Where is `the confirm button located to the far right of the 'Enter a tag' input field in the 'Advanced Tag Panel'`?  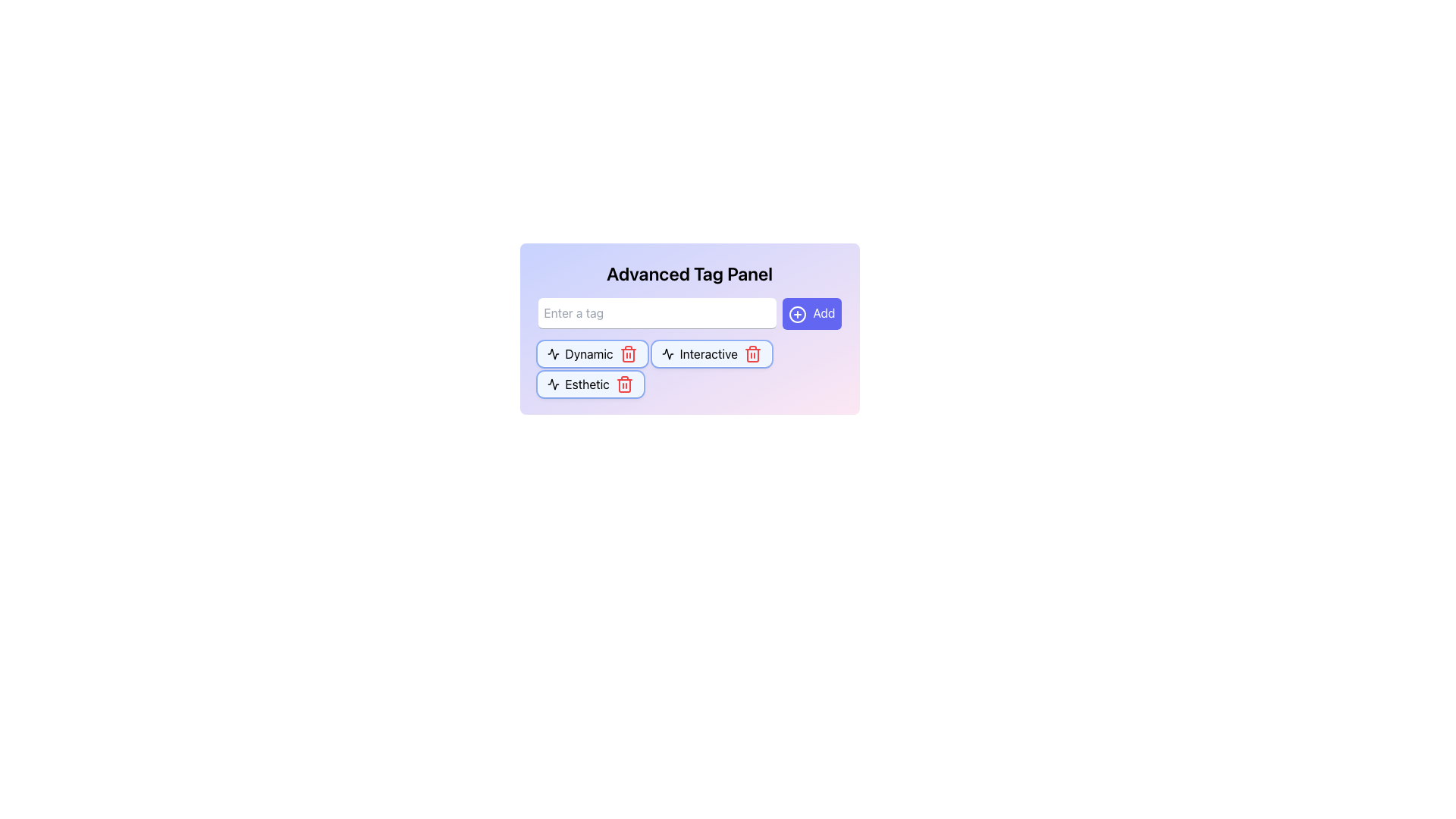 the confirm button located to the far right of the 'Enter a tag' input field in the 'Advanced Tag Panel' is located at coordinates (811, 312).